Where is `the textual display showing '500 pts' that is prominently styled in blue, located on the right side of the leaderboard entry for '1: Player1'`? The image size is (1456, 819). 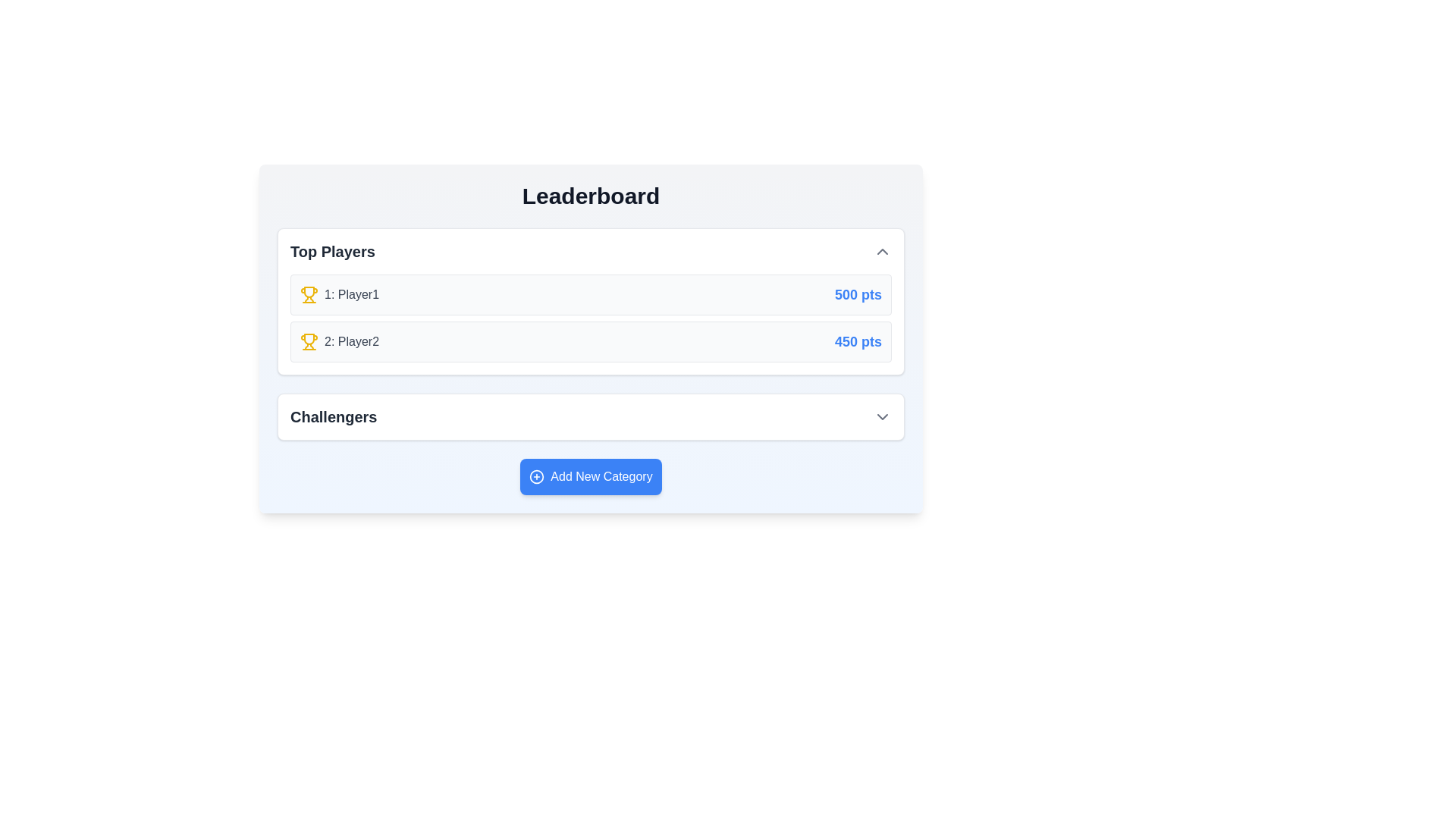
the textual display showing '500 pts' that is prominently styled in blue, located on the right side of the leaderboard entry for '1: Player1' is located at coordinates (858, 295).